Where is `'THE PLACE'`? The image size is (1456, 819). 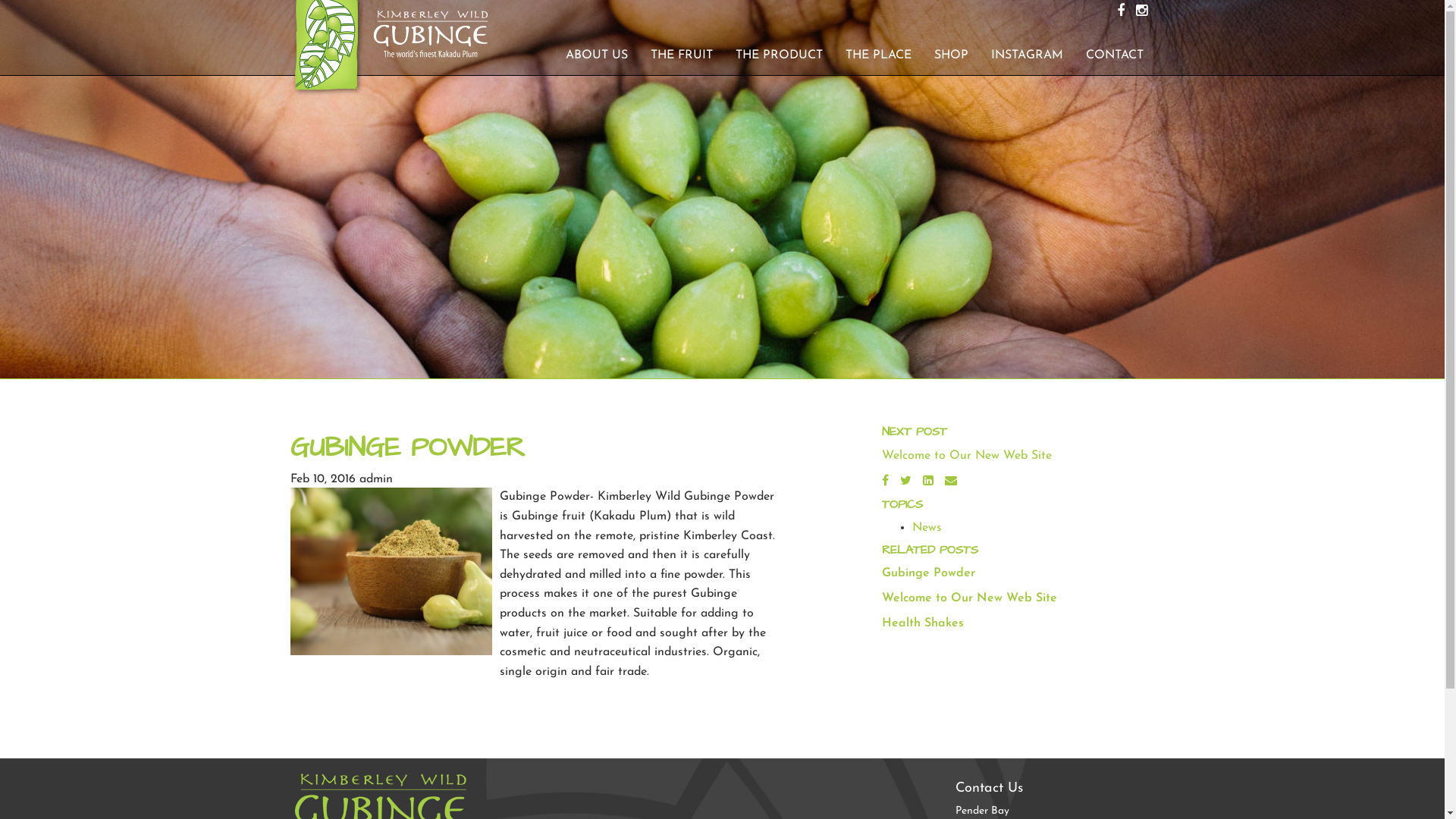 'THE PLACE' is located at coordinates (878, 55).